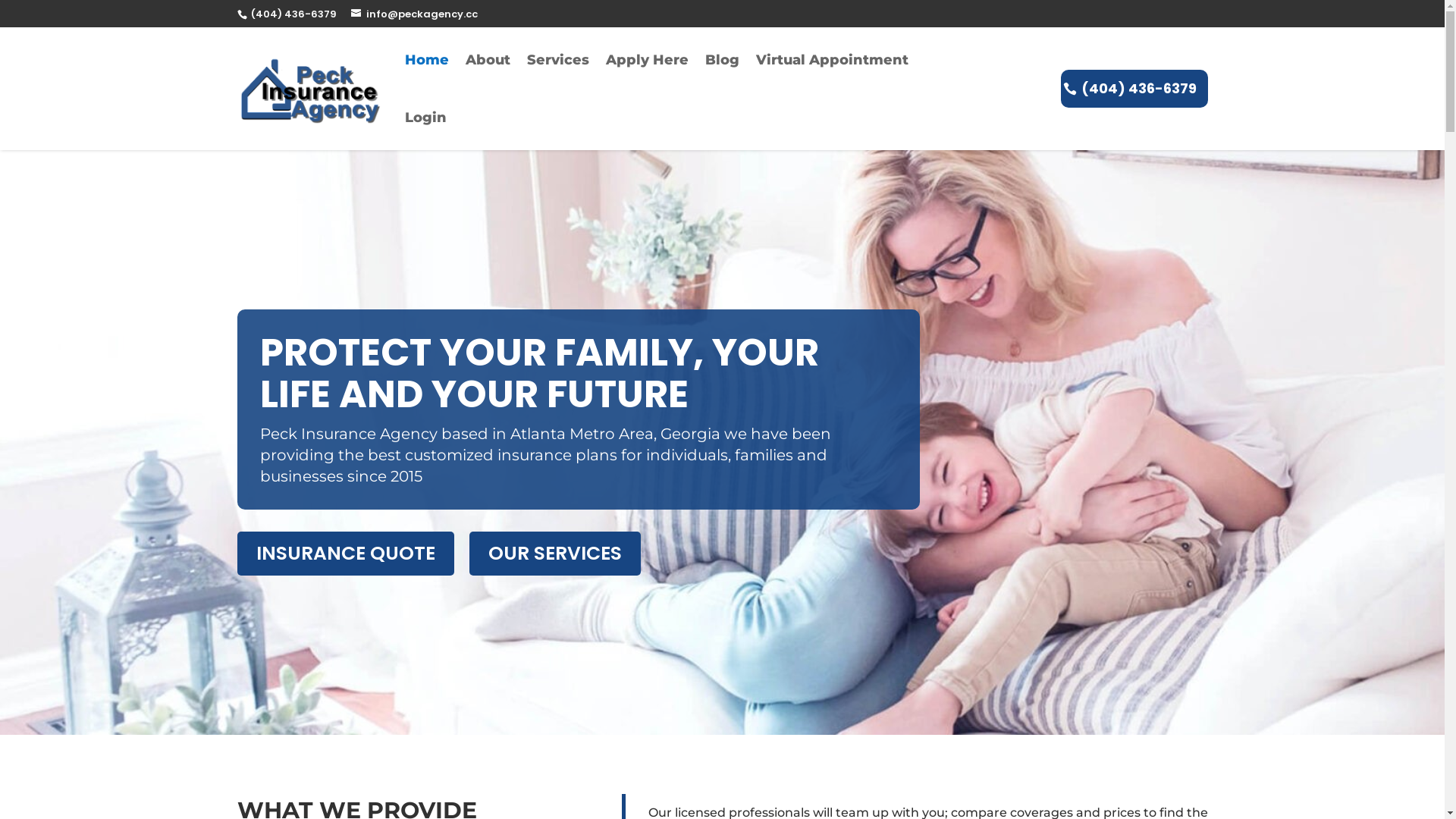  Describe the element at coordinates (425, 58) in the screenshot. I see `'Home'` at that location.